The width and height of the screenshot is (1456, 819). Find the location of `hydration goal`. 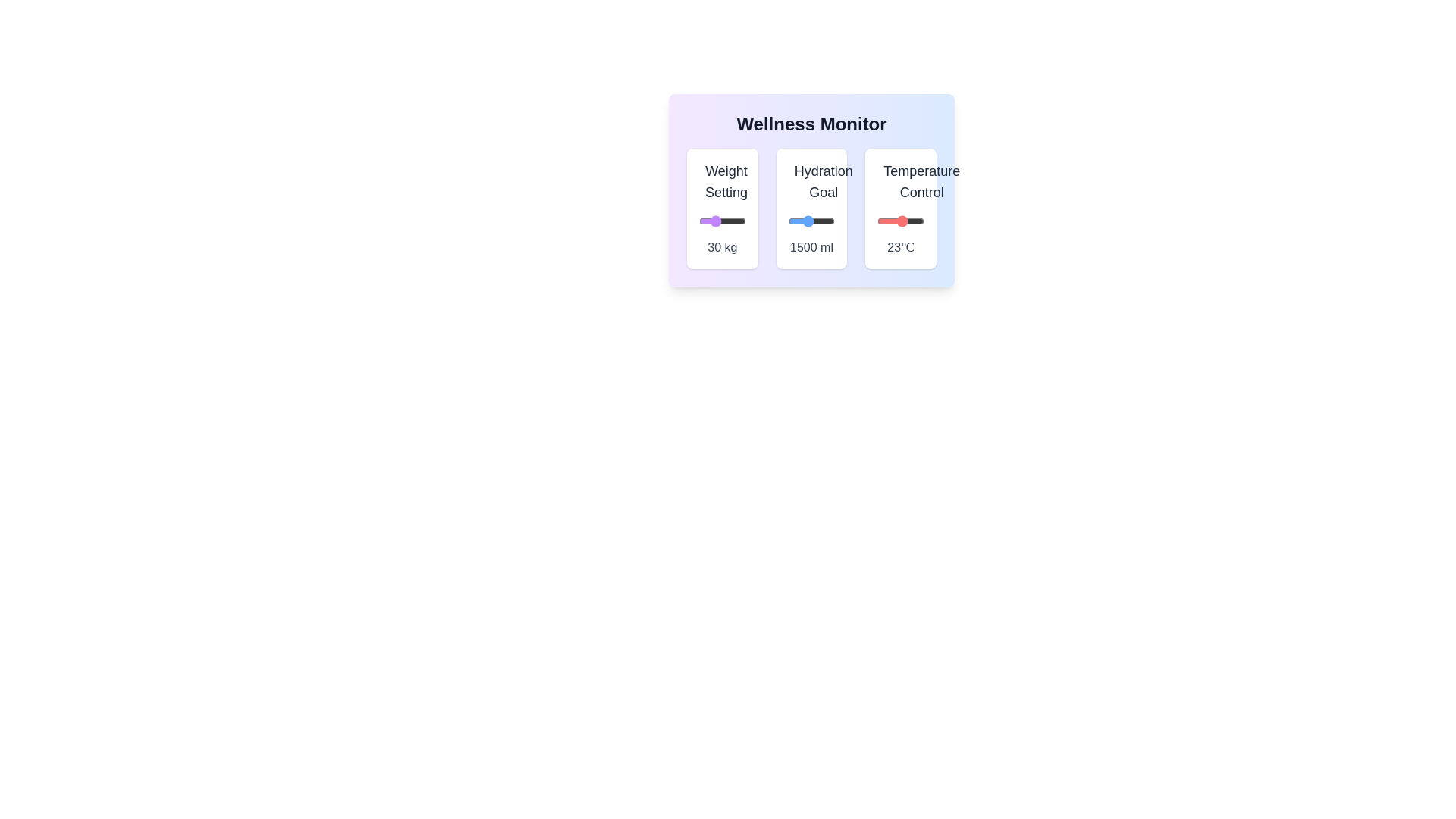

hydration goal is located at coordinates (811, 221).